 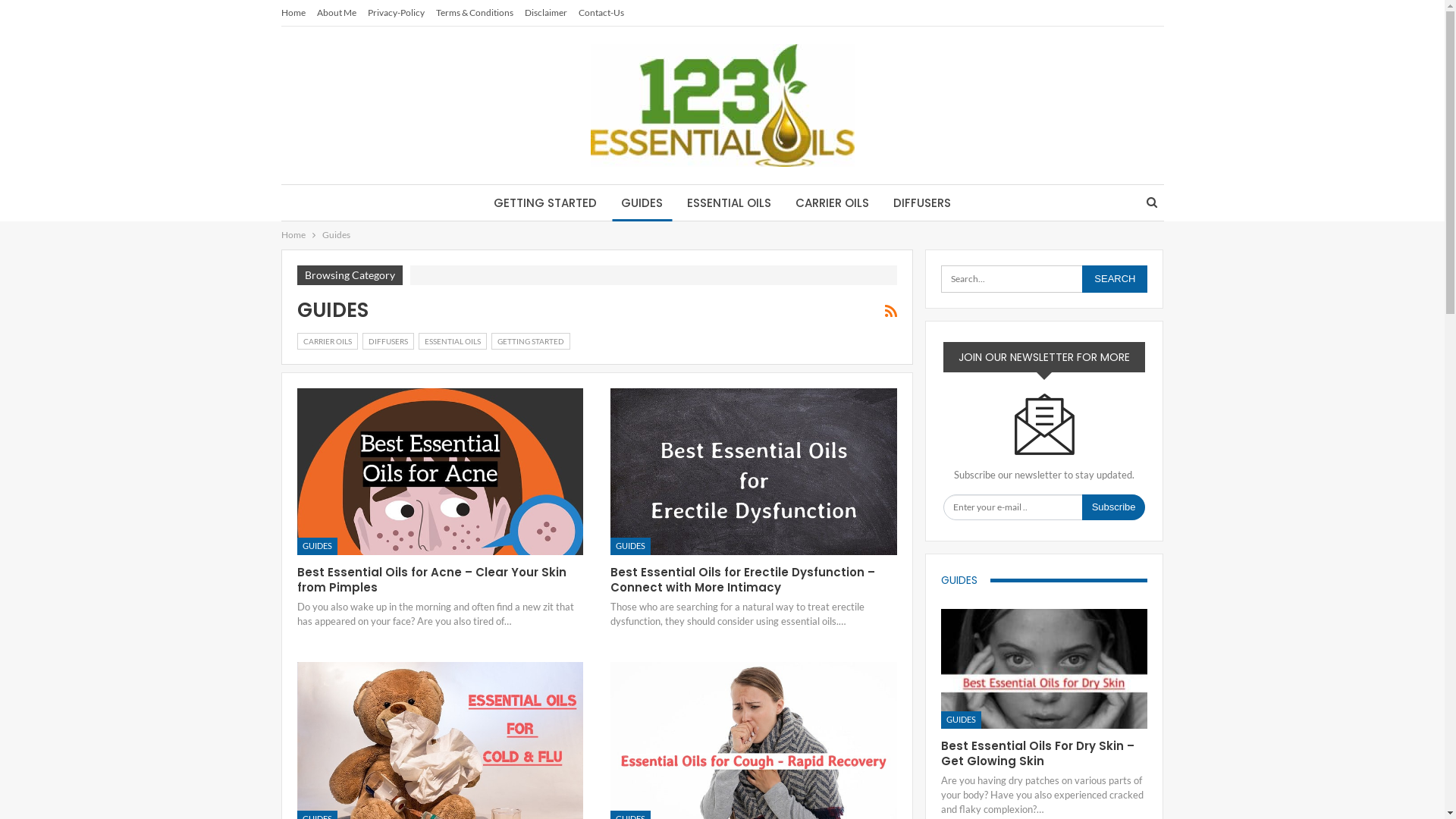 I want to click on 'Subscribe', so click(x=1113, y=507).